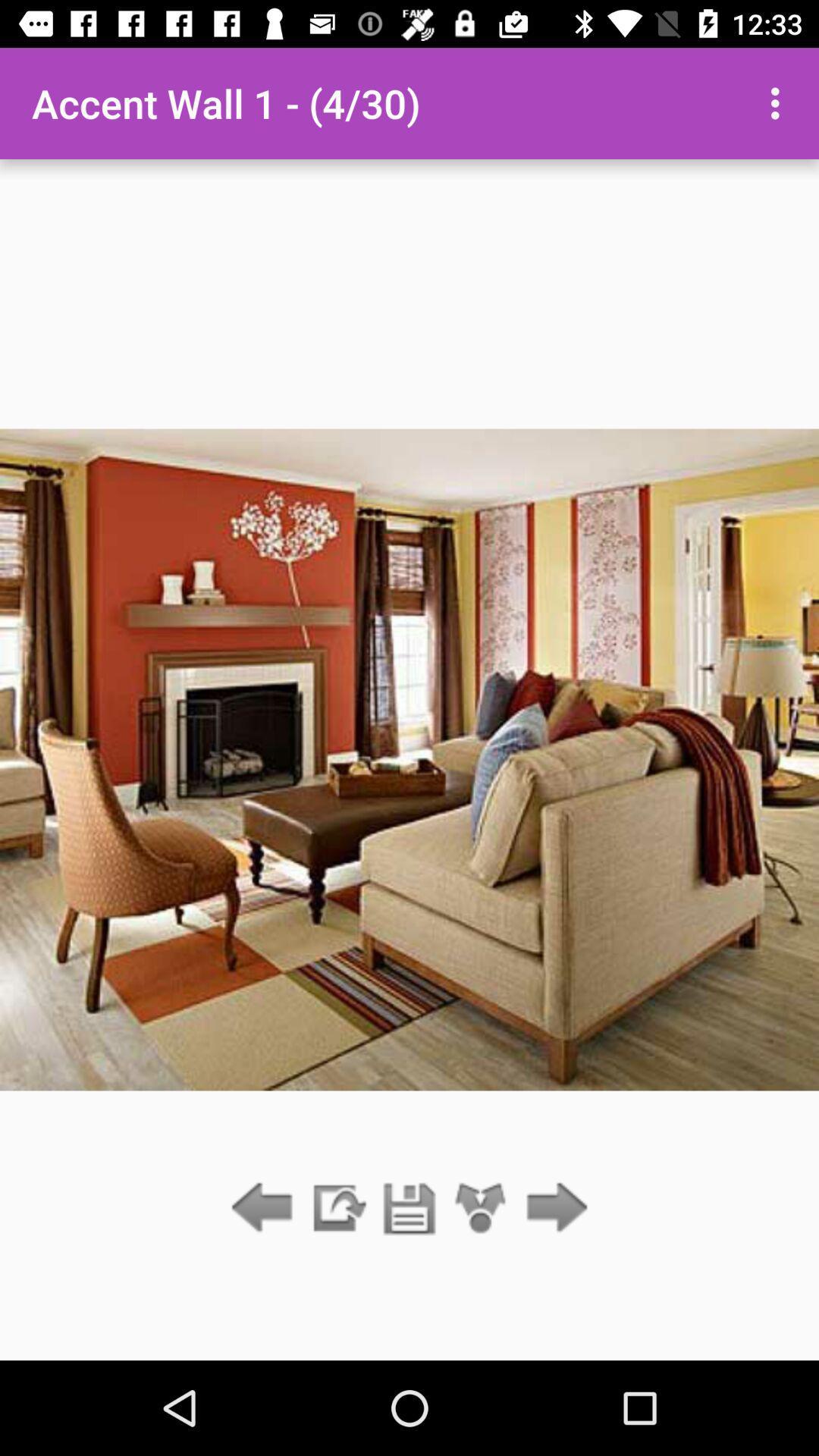  I want to click on the launch icon, so click(337, 1208).